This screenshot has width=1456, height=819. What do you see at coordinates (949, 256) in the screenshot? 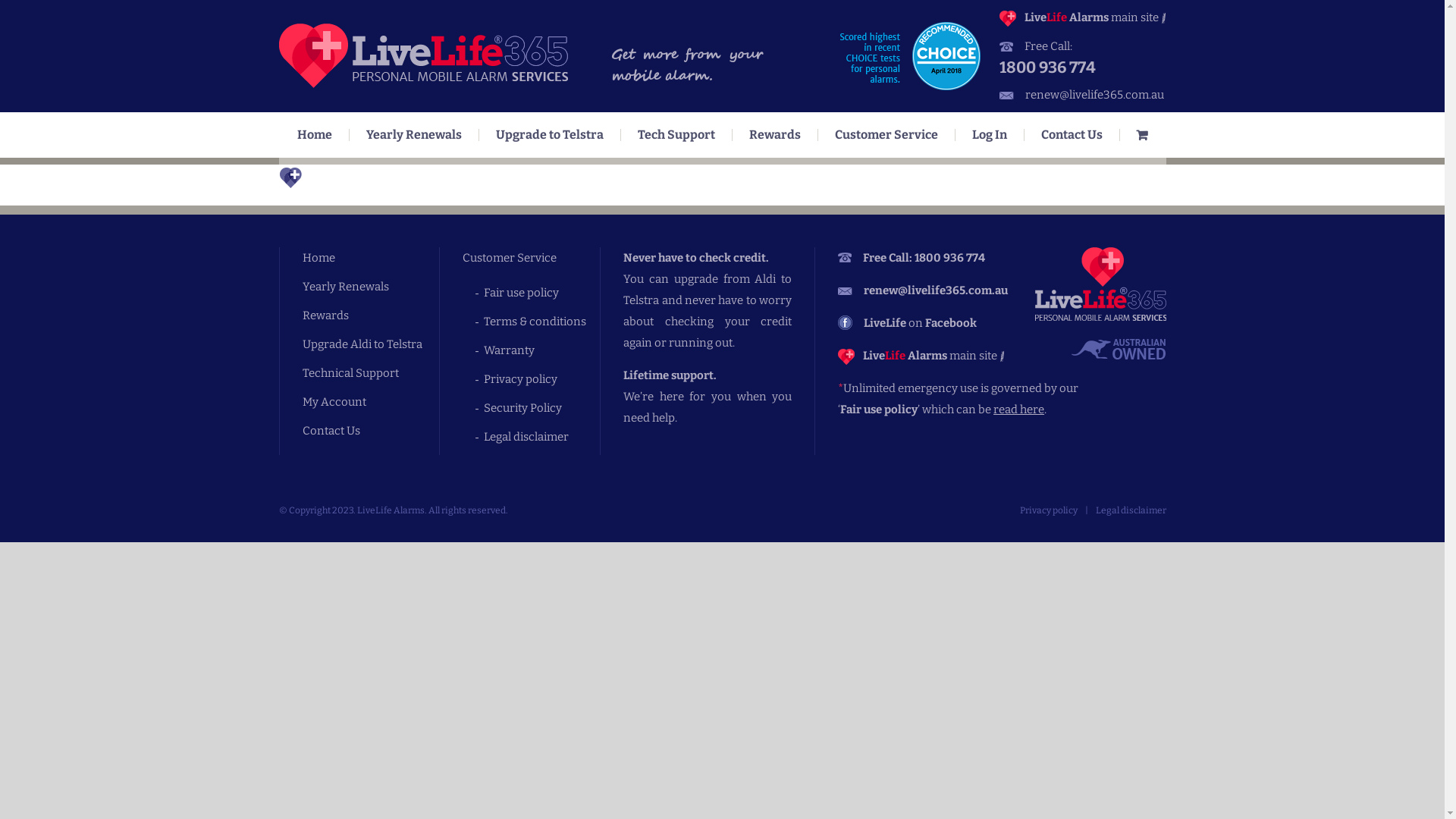
I see `'1800 936 774'` at bounding box center [949, 256].